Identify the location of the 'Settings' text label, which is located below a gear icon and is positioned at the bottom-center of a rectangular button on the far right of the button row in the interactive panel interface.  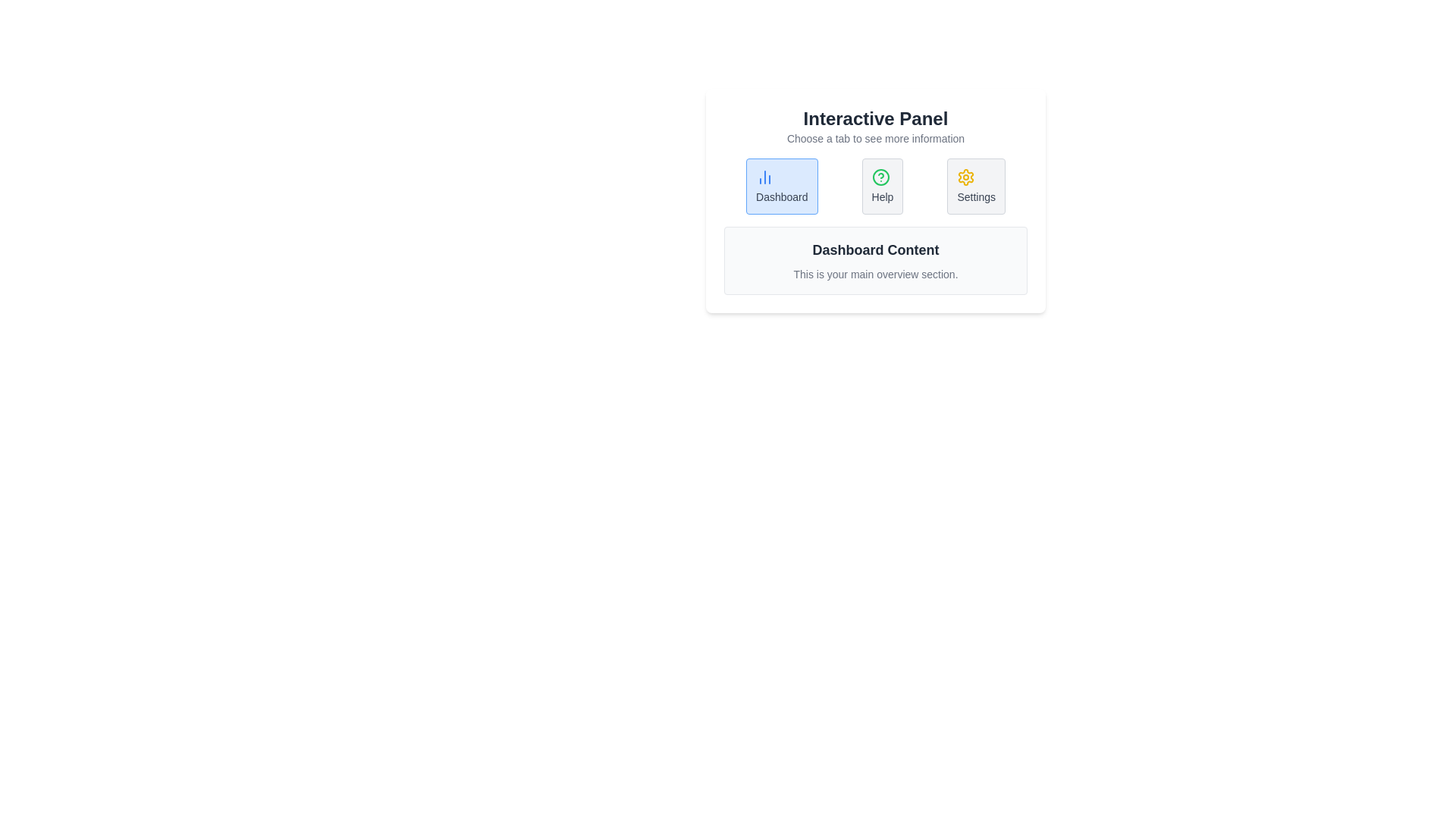
(976, 196).